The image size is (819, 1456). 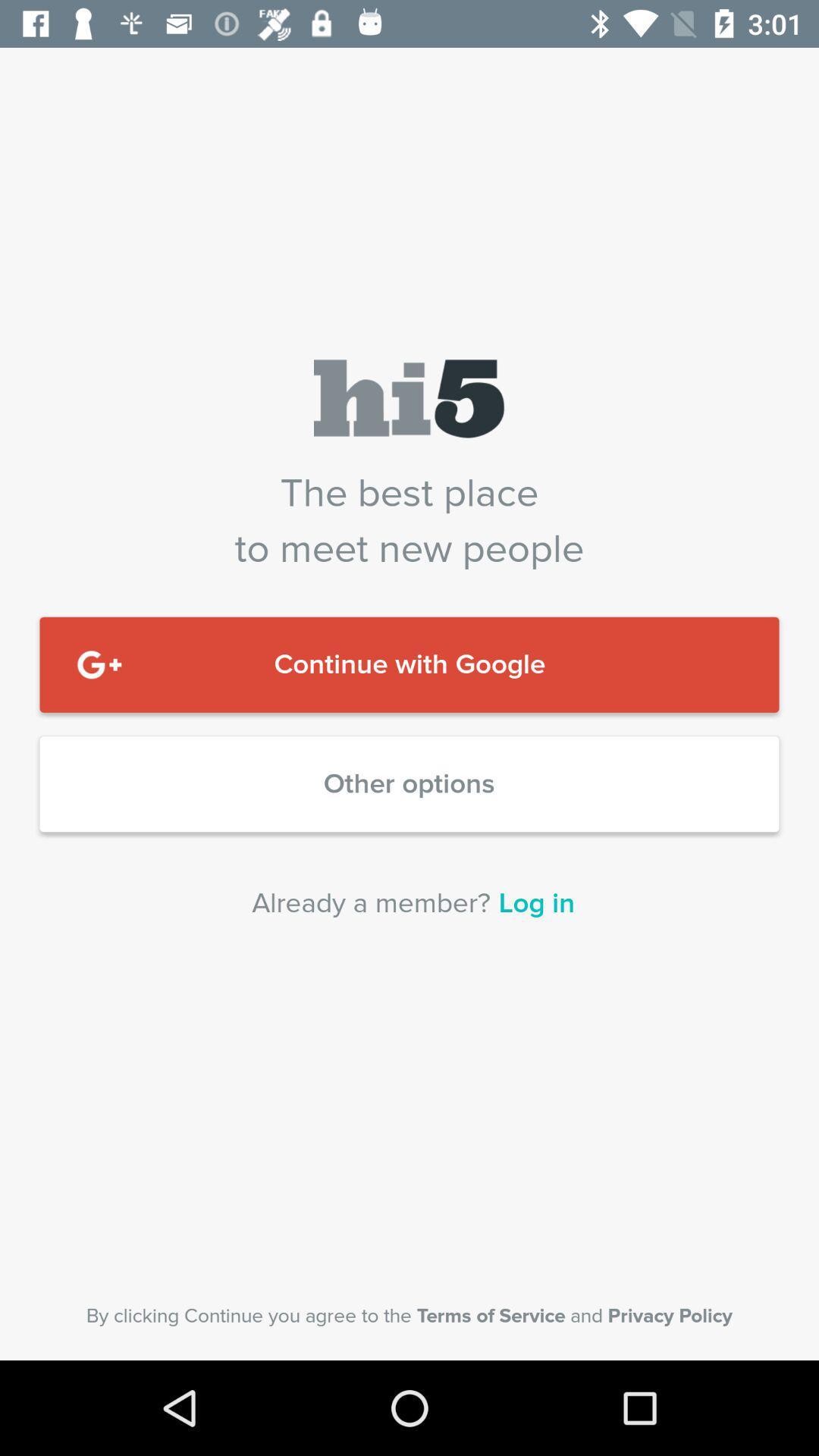 I want to click on the by clicking continue icon, so click(x=409, y=1315).